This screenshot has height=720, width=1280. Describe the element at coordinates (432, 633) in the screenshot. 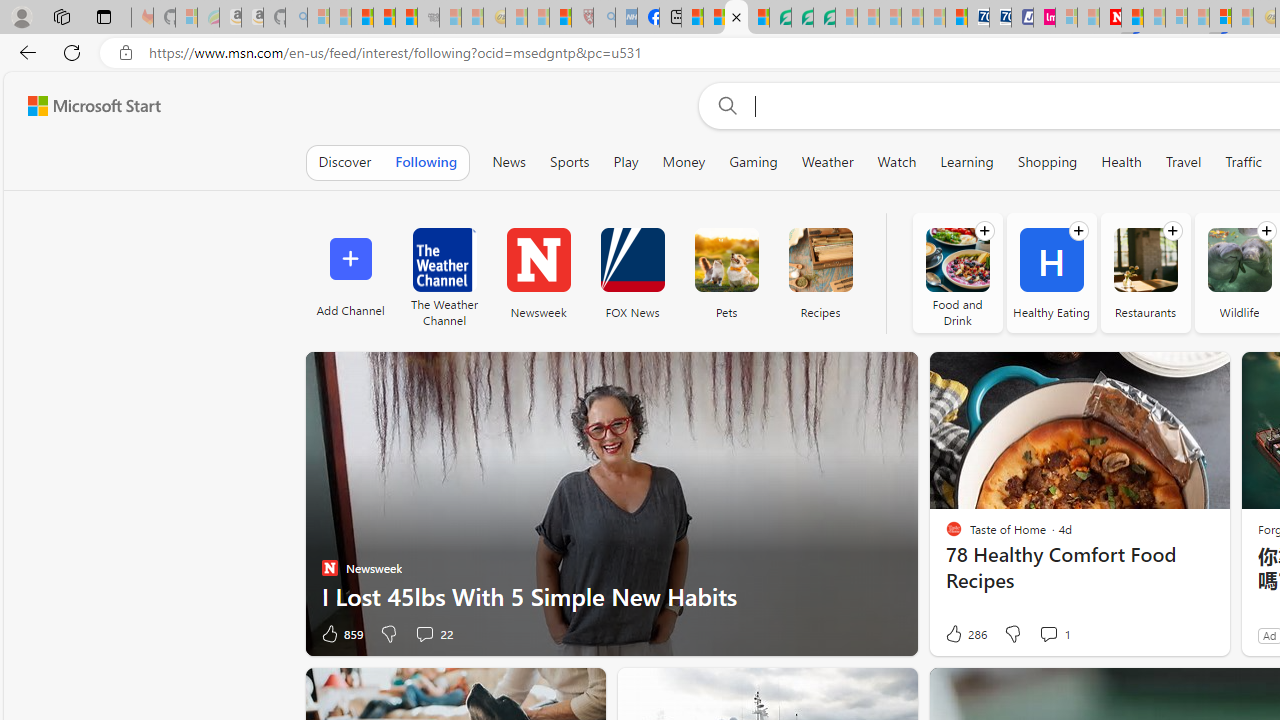

I see `'View comments 22 Comment'` at that location.